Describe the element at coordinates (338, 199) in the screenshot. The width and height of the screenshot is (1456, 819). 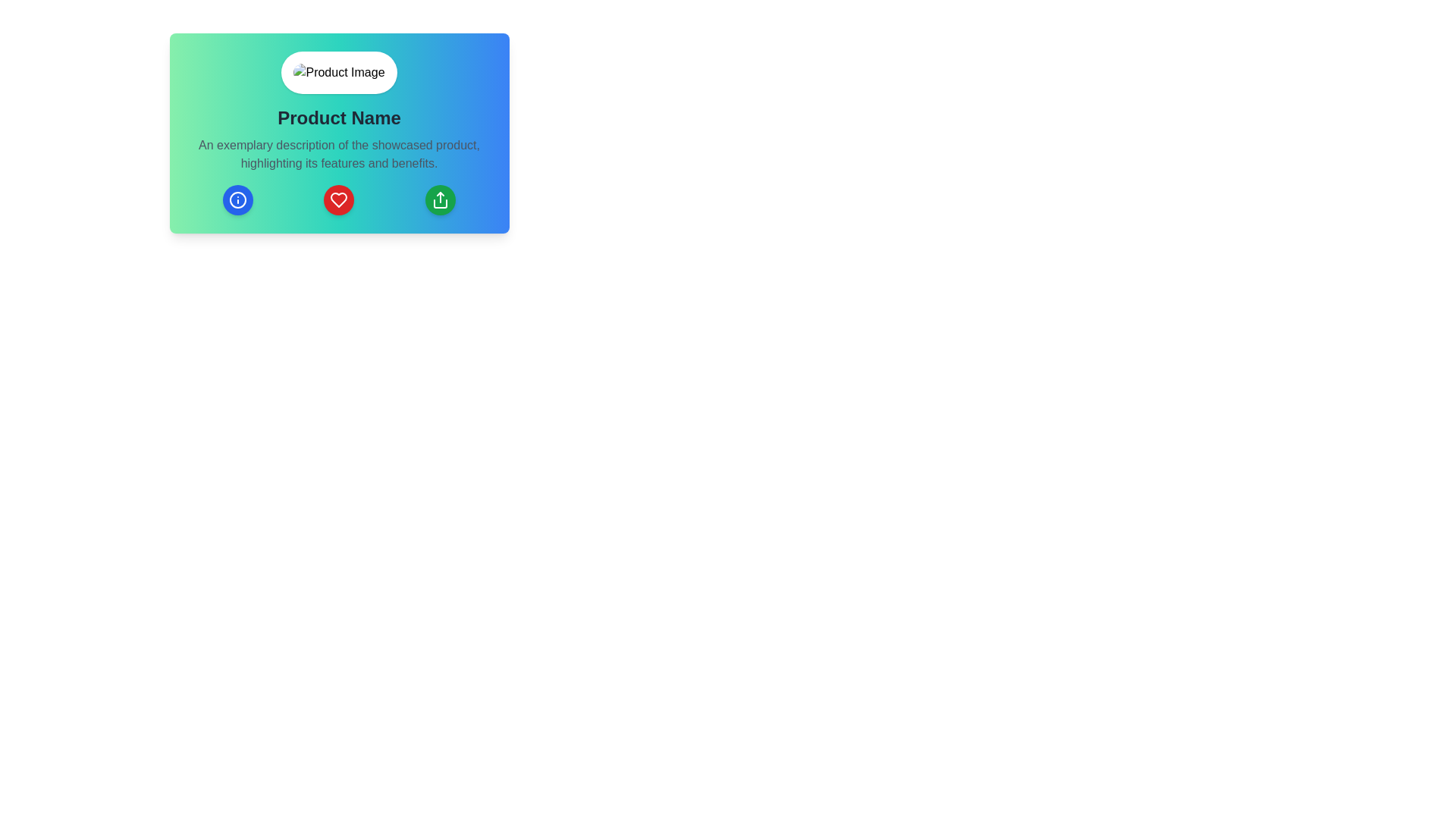
I see `the heart icon, which is centrally located in a row of three circular icons below the product description text` at that location.